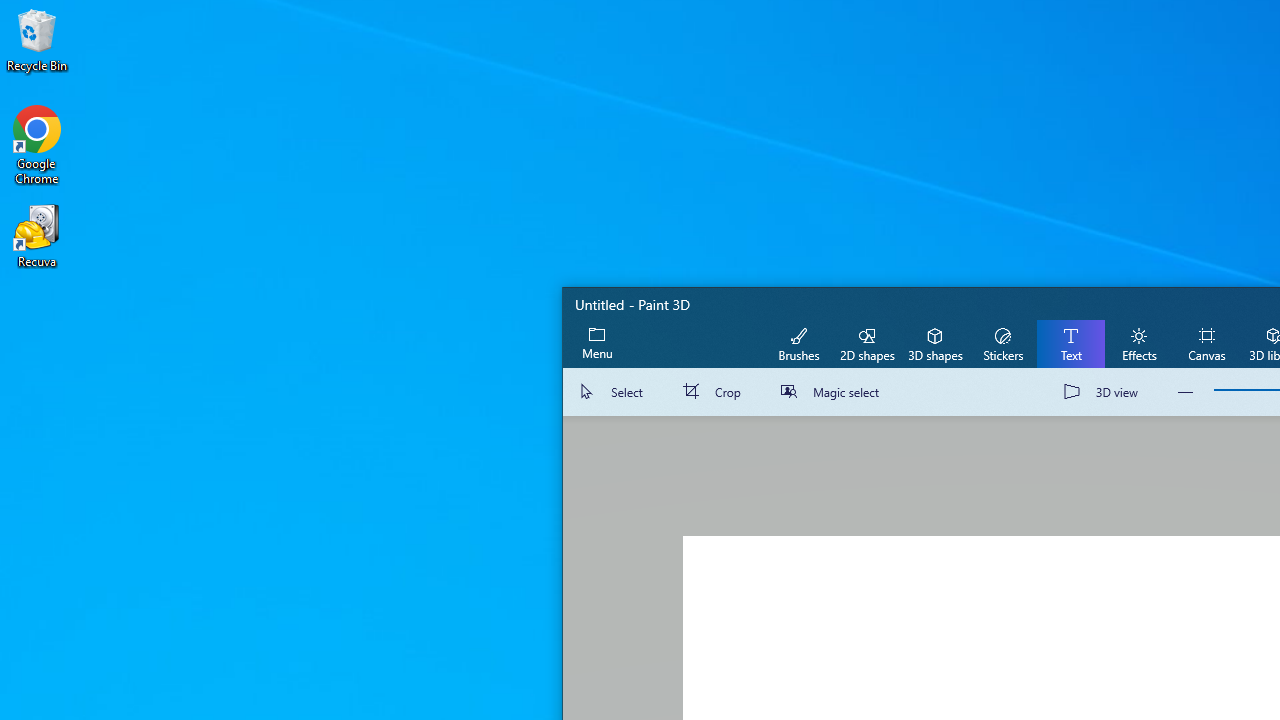  I want to click on 'Zoom out', so click(1185, 392).